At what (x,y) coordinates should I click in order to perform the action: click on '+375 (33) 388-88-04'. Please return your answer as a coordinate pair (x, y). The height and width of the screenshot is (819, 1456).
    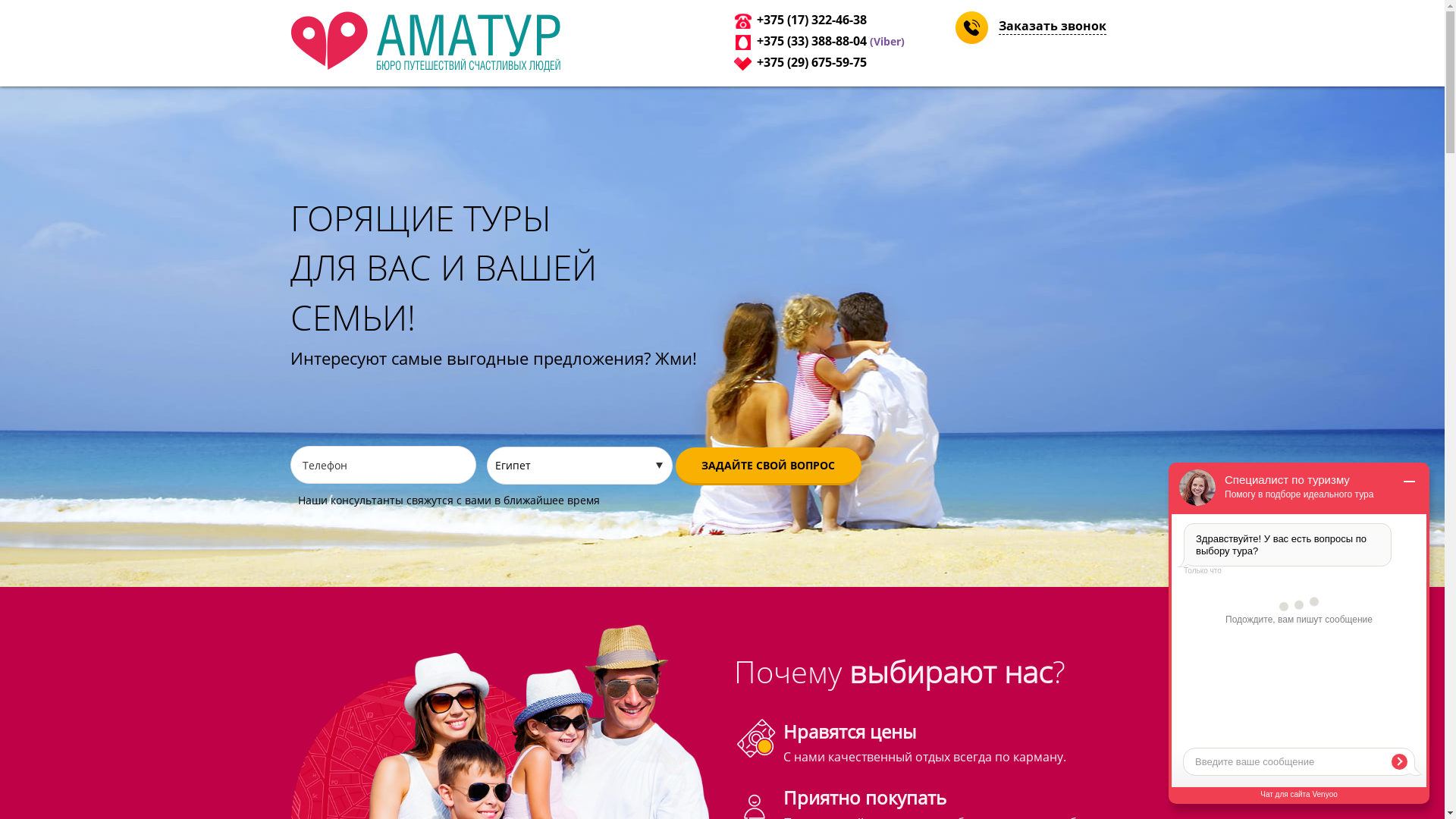
    Looking at the image, I should click on (811, 40).